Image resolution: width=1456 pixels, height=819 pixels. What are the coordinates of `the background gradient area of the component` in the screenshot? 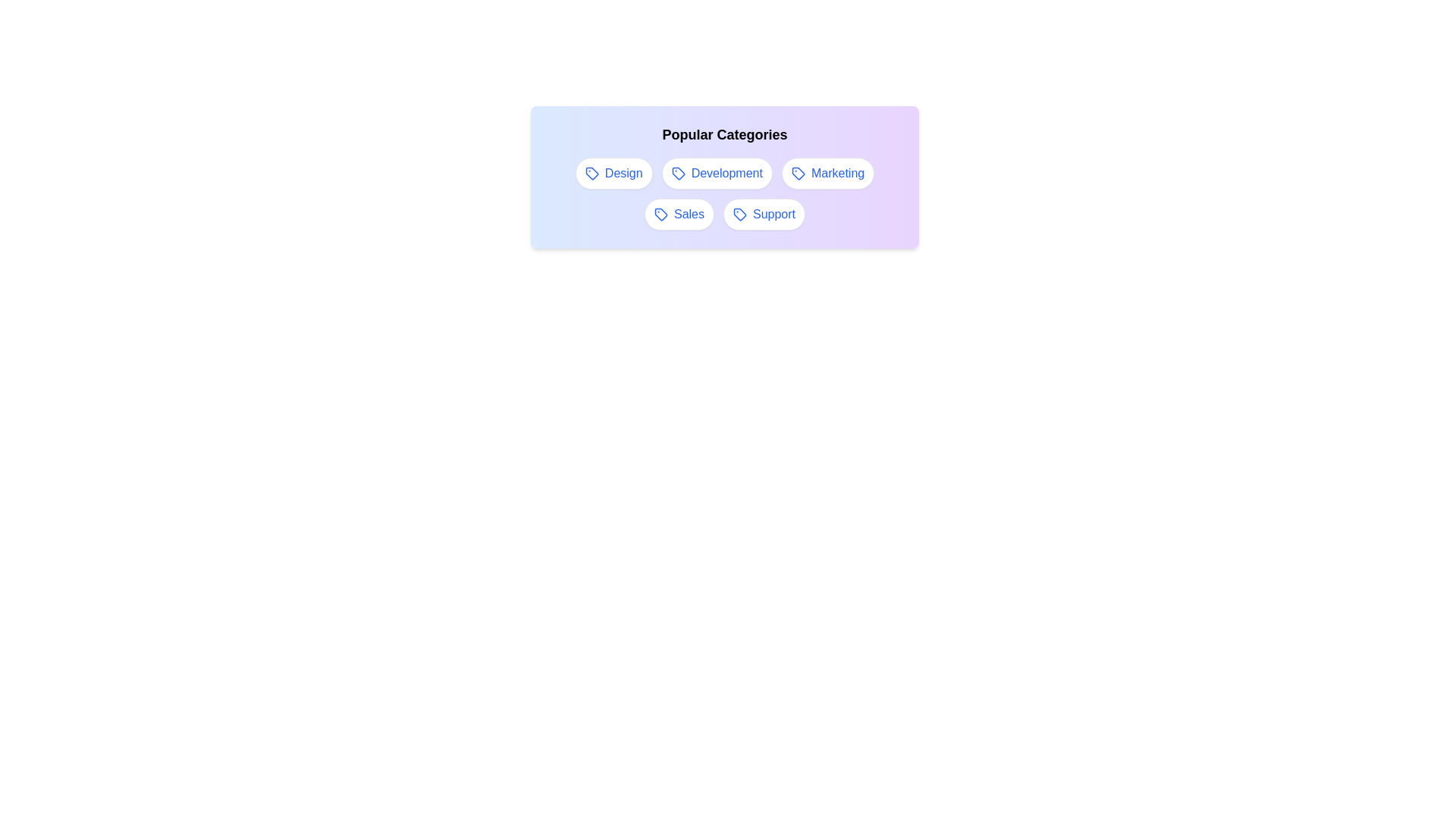 It's located at (723, 177).